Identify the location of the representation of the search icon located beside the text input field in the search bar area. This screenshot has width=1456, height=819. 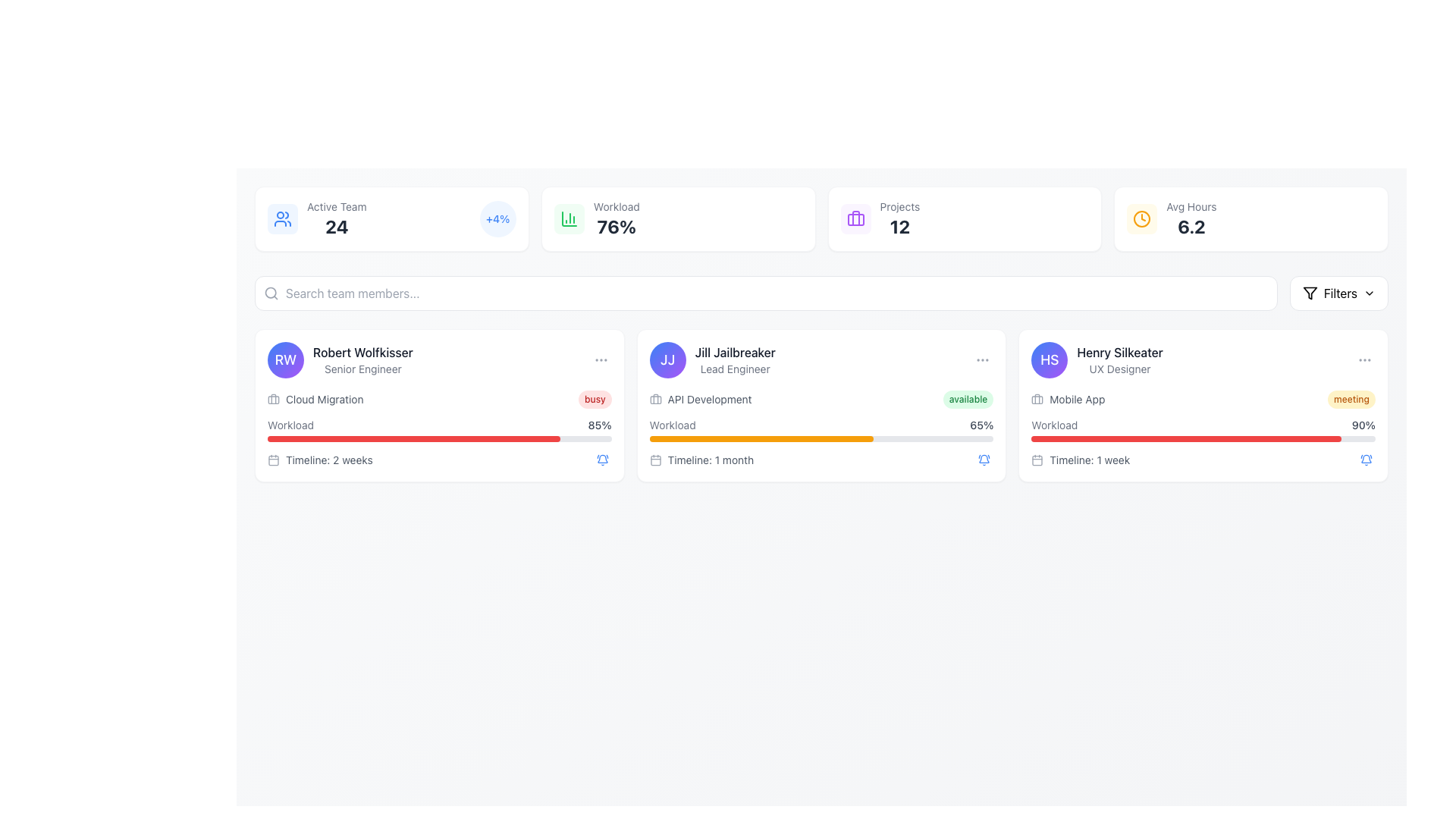
(271, 293).